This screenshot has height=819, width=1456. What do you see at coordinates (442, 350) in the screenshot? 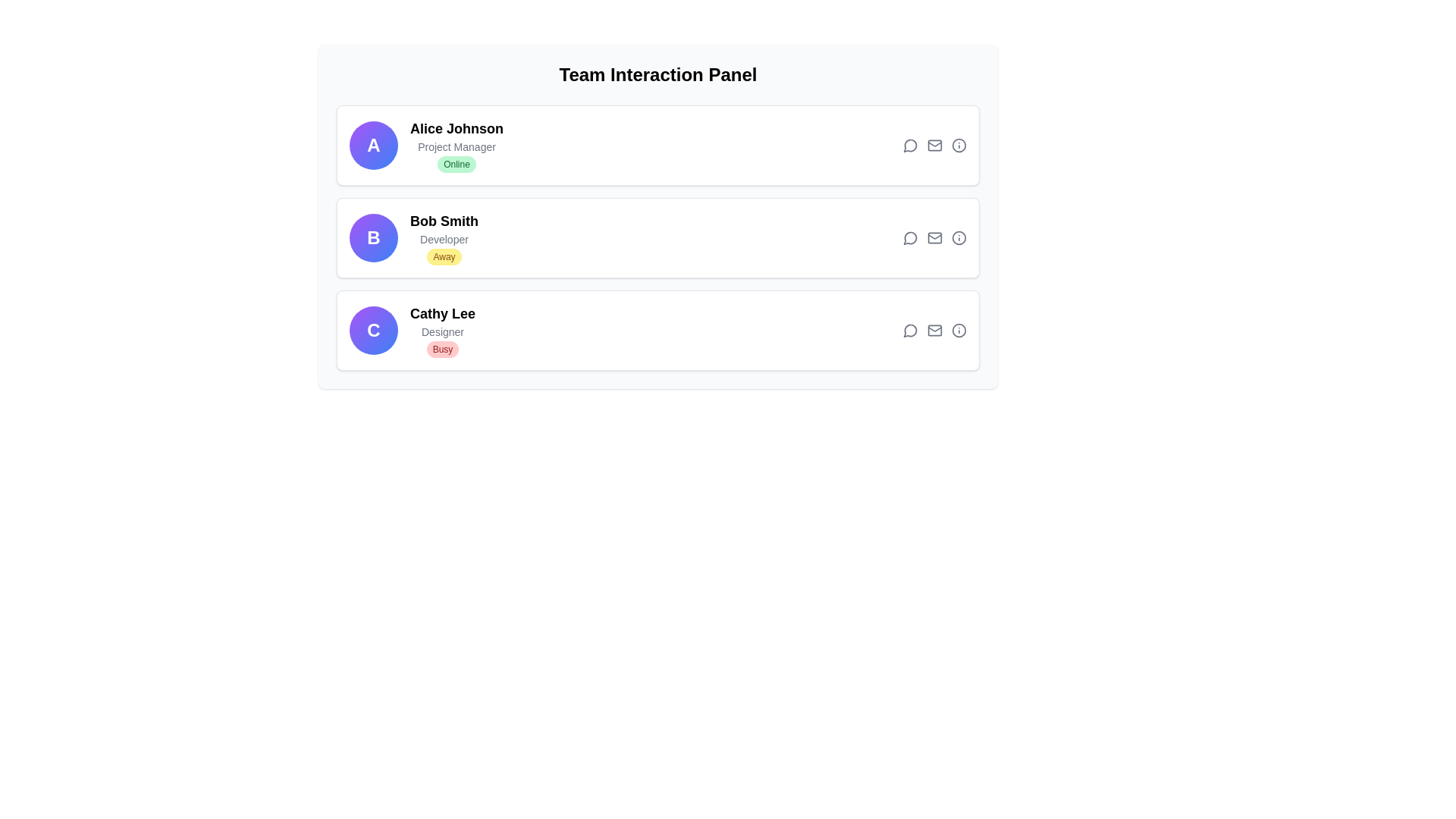
I see `the Status badge for user 'Cathy Lee', which displays the text 'Busy' in a rounded rectangle with a red background` at bounding box center [442, 350].